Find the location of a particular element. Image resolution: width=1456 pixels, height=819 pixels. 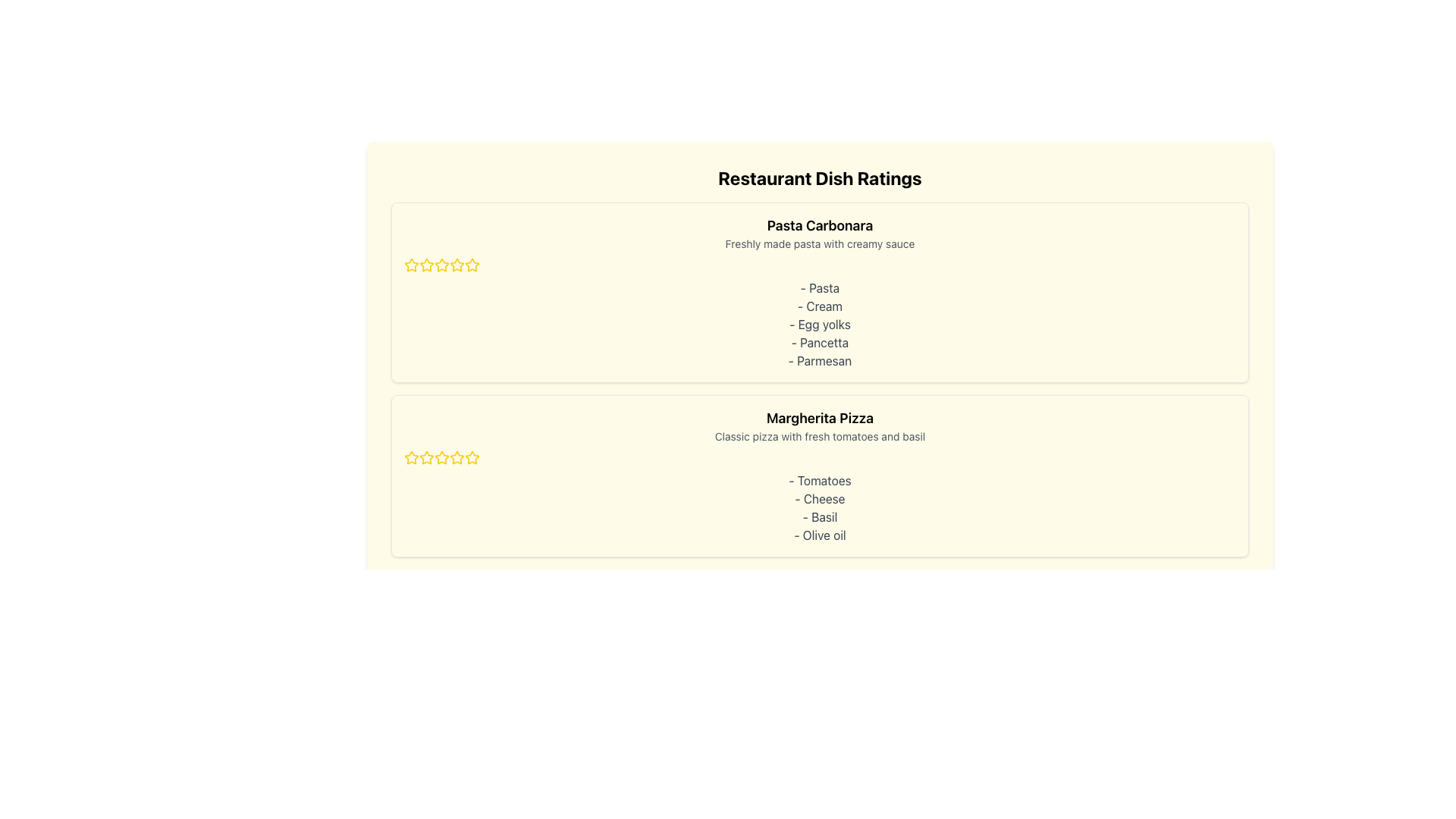

the first star in the five-star rating system to rate 'Pasta Carbonara' is located at coordinates (425, 263).